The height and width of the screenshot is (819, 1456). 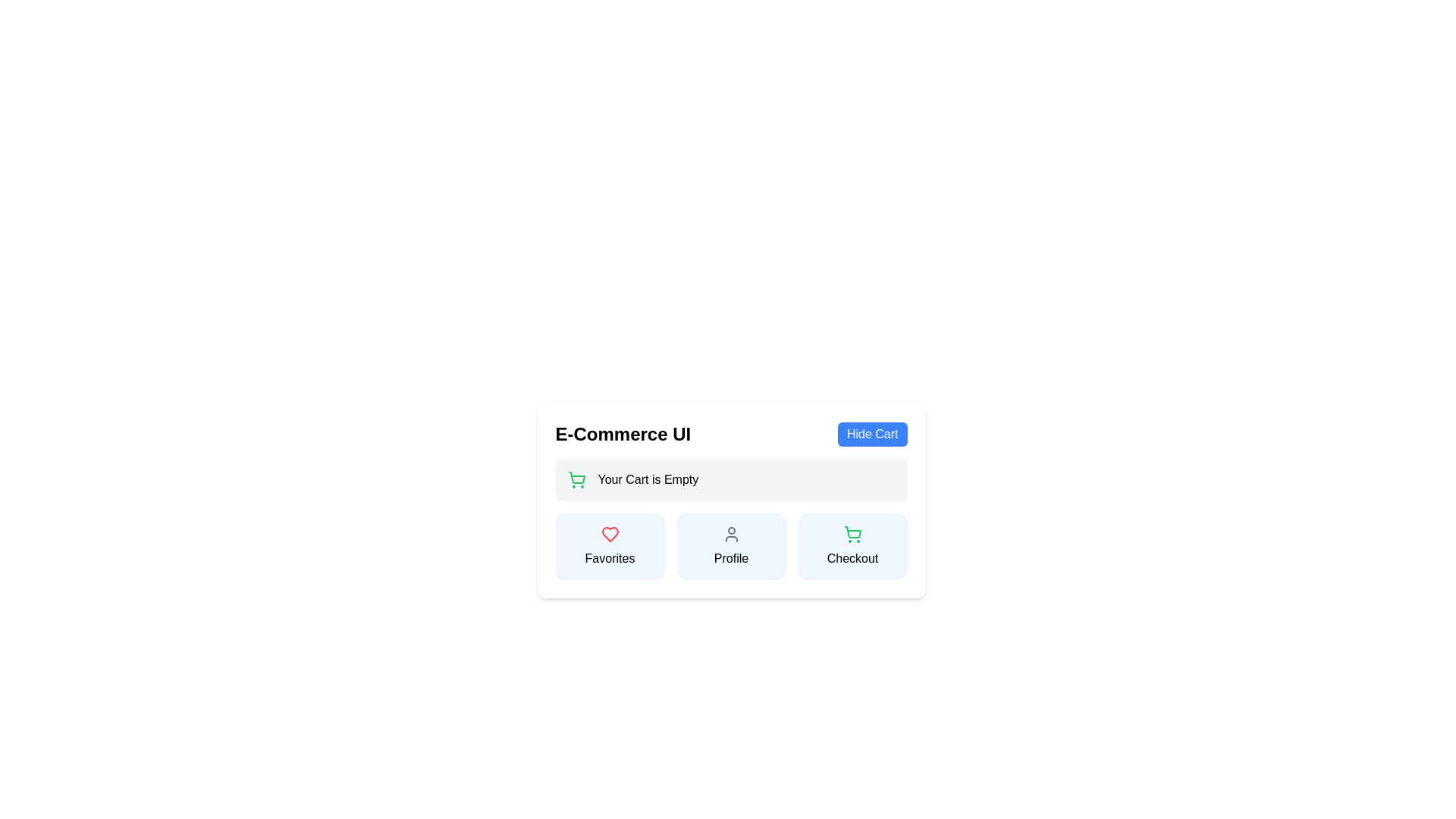 What do you see at coordinates (731, 547) in the screenshot?
I see `the 'Profile' button` at bounding box center [731, 547].